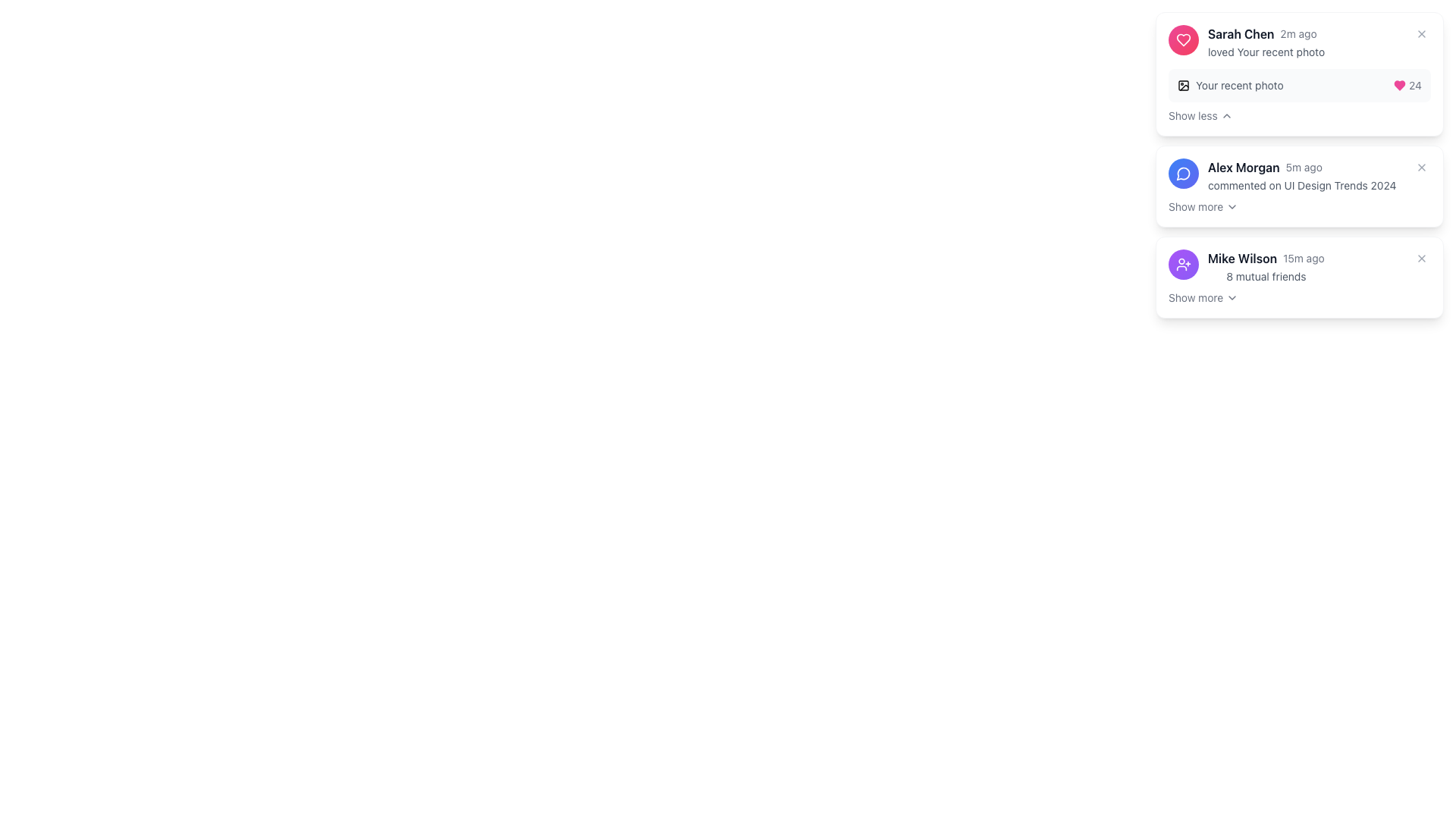  I want to click on the heart-shaped SVG icon filled with pink color located in the top-right card, to the left of the numeric label '24', so click(1399, 85).